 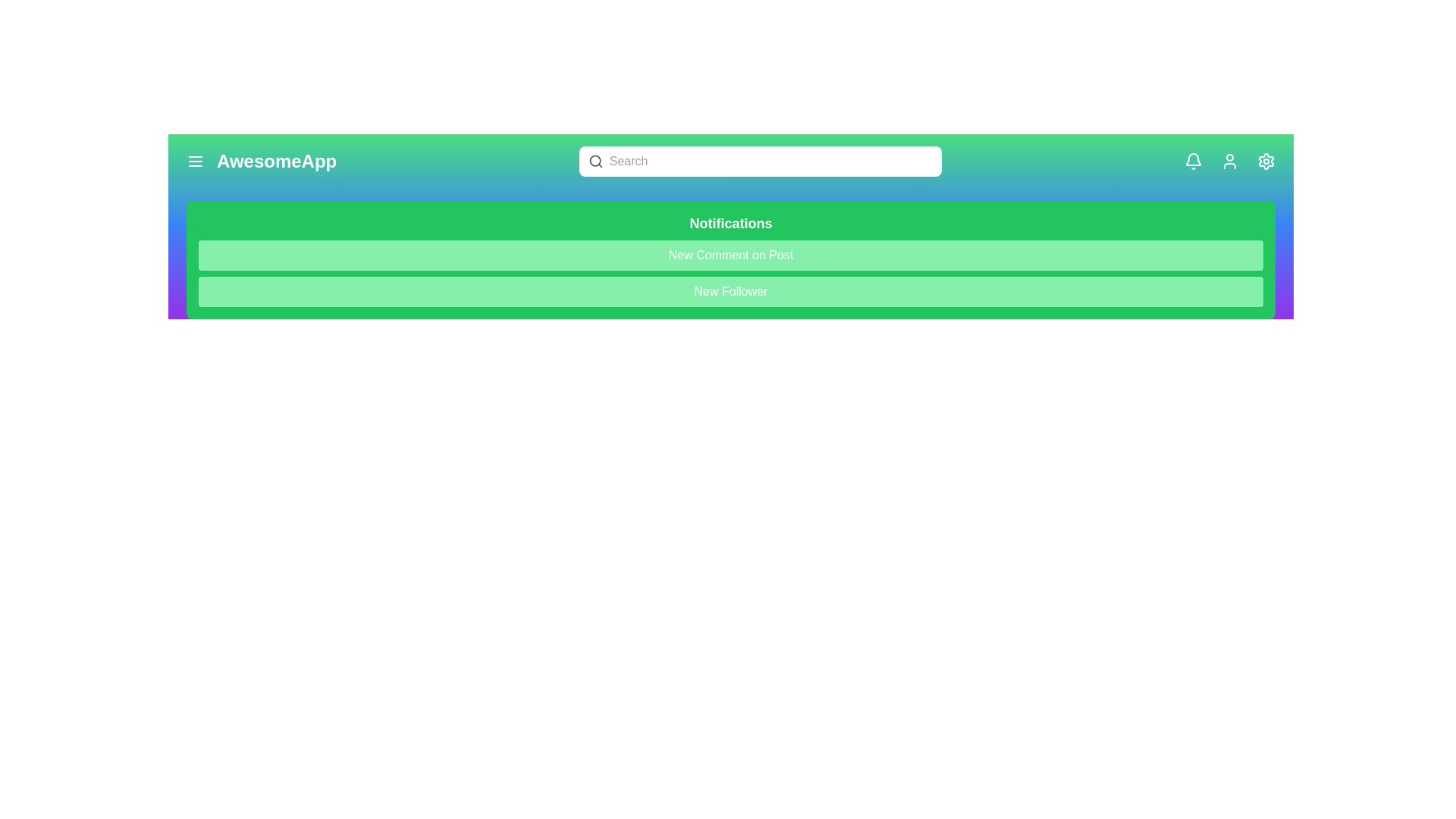 What do you see at coordinates (1193, 161) in the screenshot?
I see `the bell-shaped icon button in the top-right corner of the interface` at bounding box center [1193, 161].